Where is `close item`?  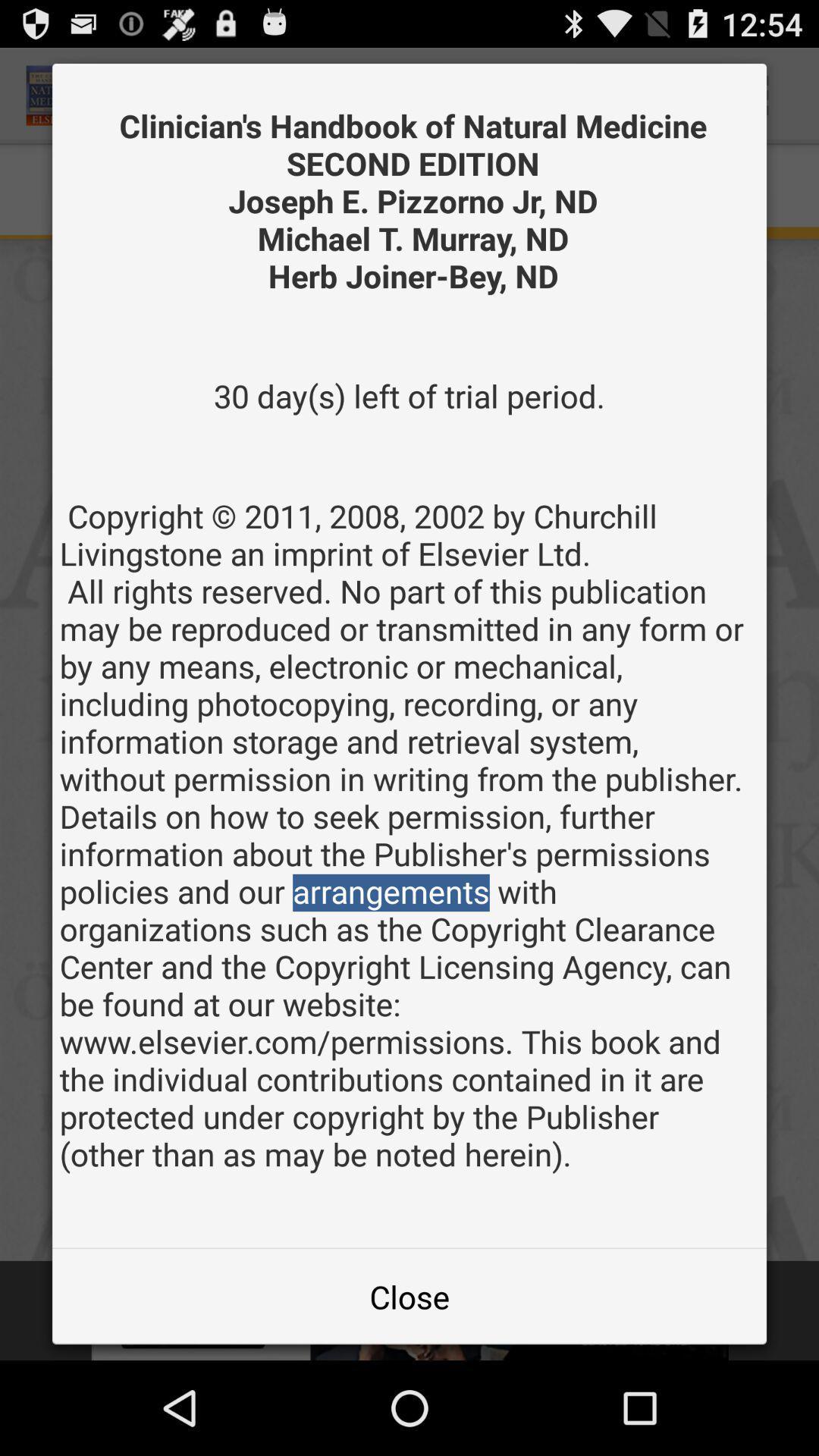
close item is located at coordinates (409, 1295).